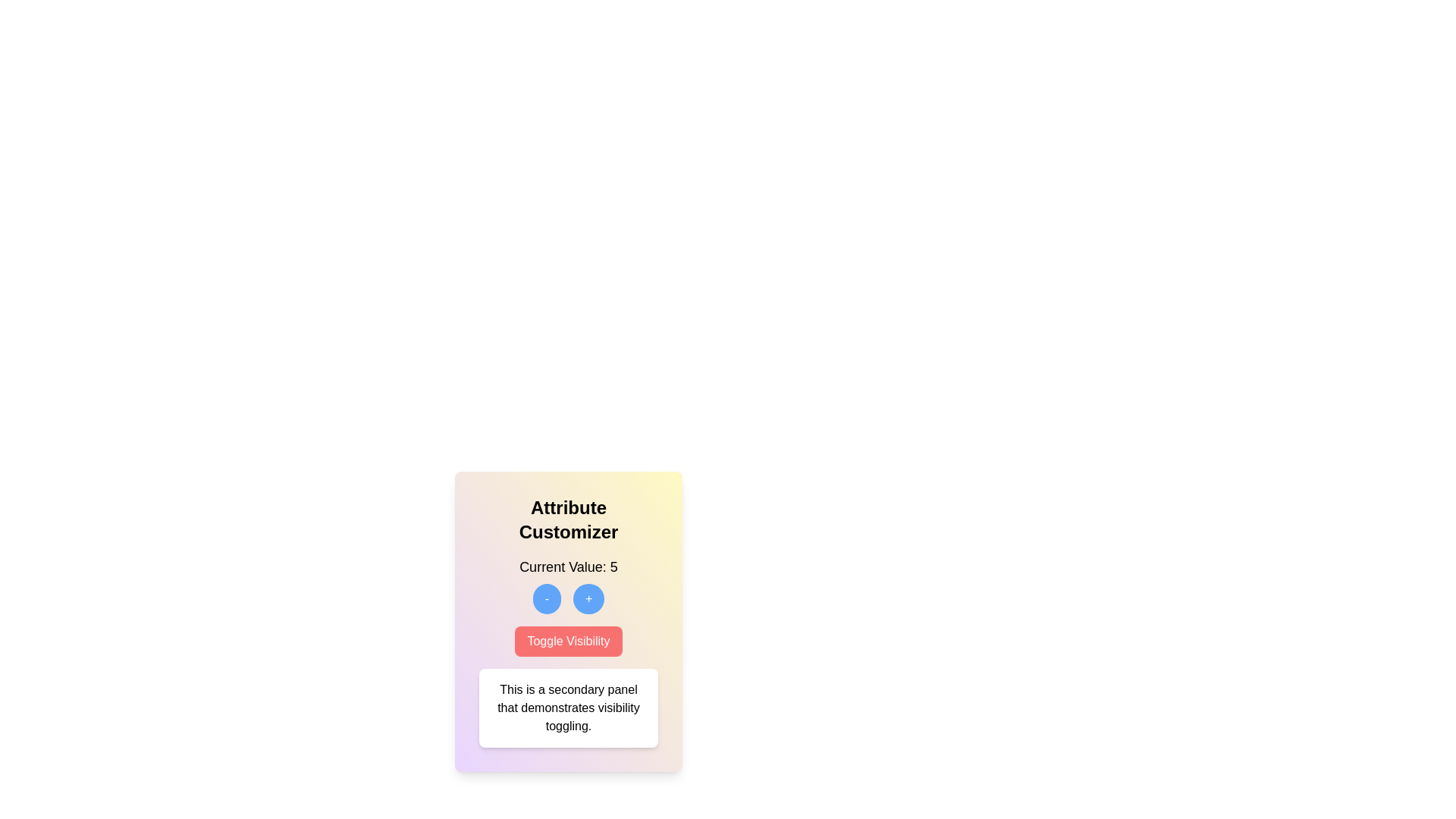  What do you see at coordinates (567, 622) in the screenshot?
I see `the displayed current value in the Interactive customization panel labeled 'Attribute Customizer', which features a gradient background and includes buttons for incrementing and decrementing` at bounding box center [567, 622].